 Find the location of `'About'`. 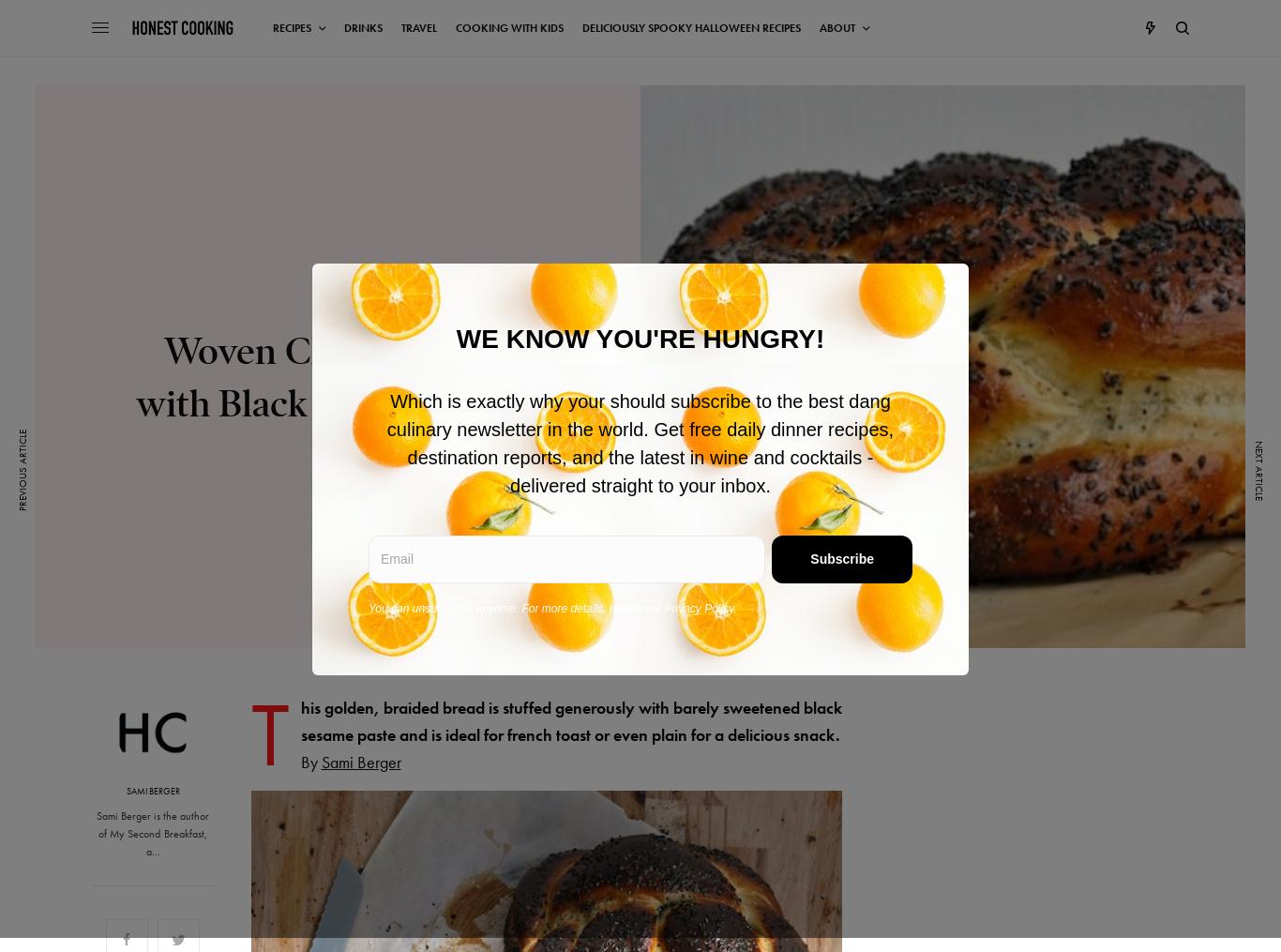

'About' is located at coordinates (836, 27).